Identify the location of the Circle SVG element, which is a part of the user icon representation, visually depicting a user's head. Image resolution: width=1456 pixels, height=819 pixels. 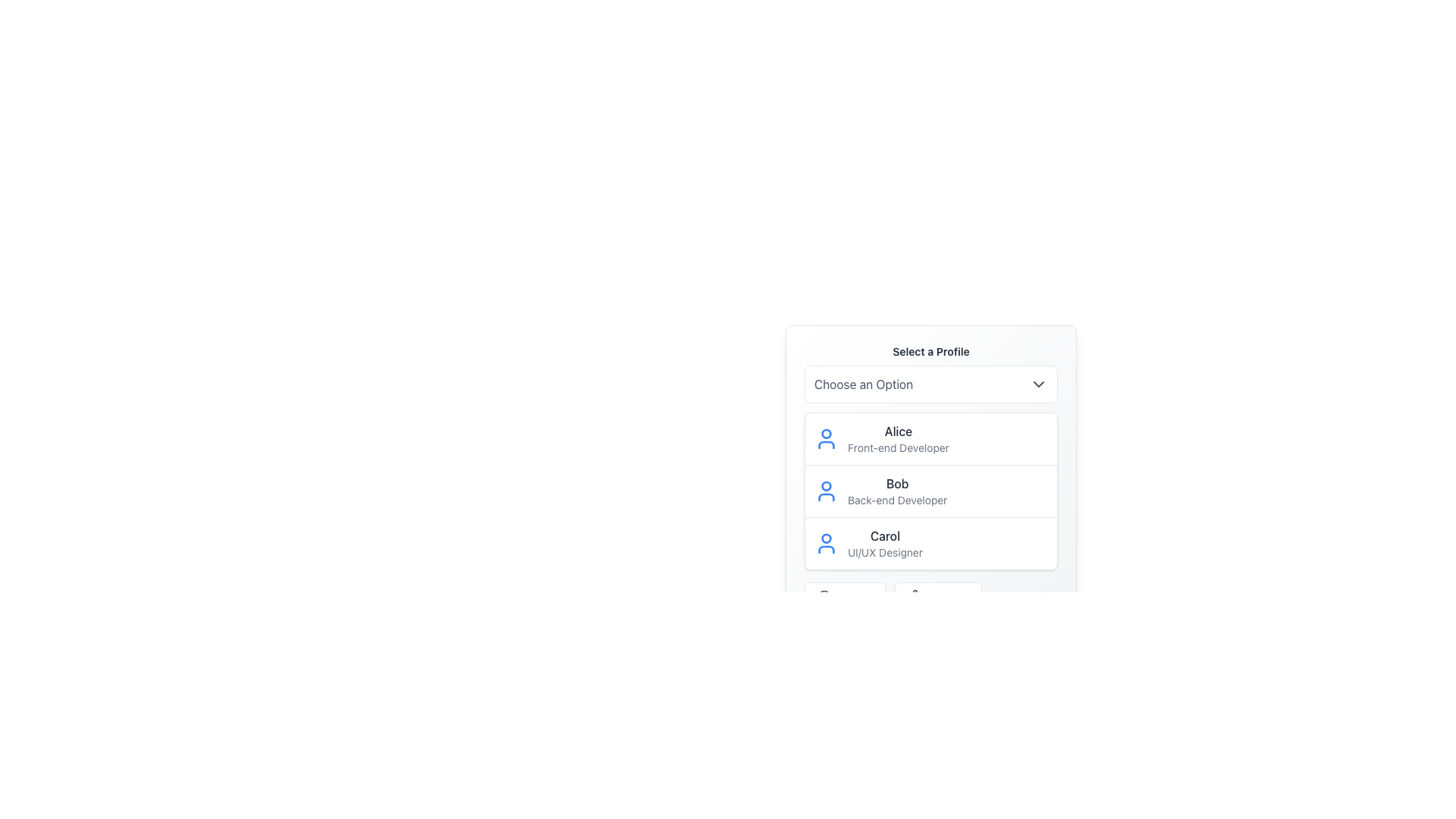
(825, 433).